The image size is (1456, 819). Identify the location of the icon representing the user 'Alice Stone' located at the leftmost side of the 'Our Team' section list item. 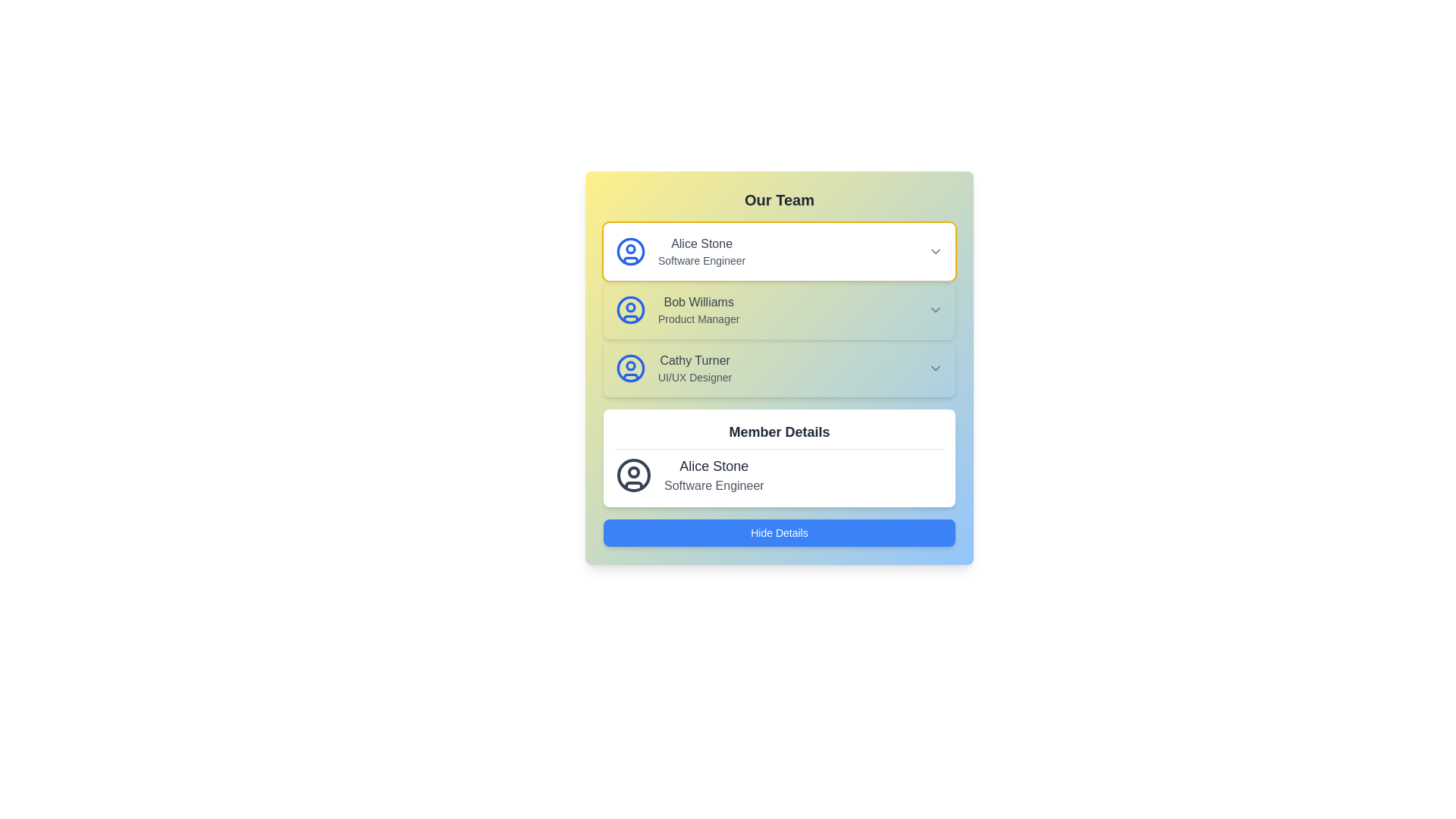
(630, 250).